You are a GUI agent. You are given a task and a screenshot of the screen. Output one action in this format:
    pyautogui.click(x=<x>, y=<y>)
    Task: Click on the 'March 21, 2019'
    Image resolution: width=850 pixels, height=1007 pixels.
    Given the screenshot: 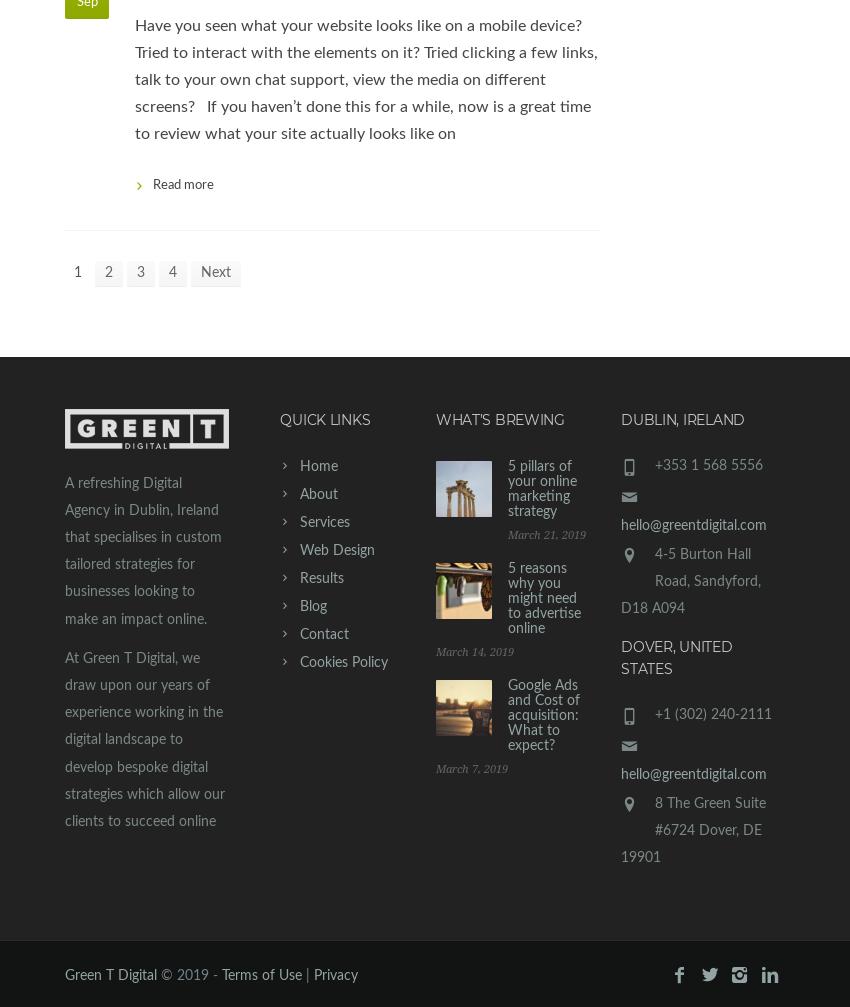 What is the action you would take?
    pyautogui.click(x=545, y=533)
    